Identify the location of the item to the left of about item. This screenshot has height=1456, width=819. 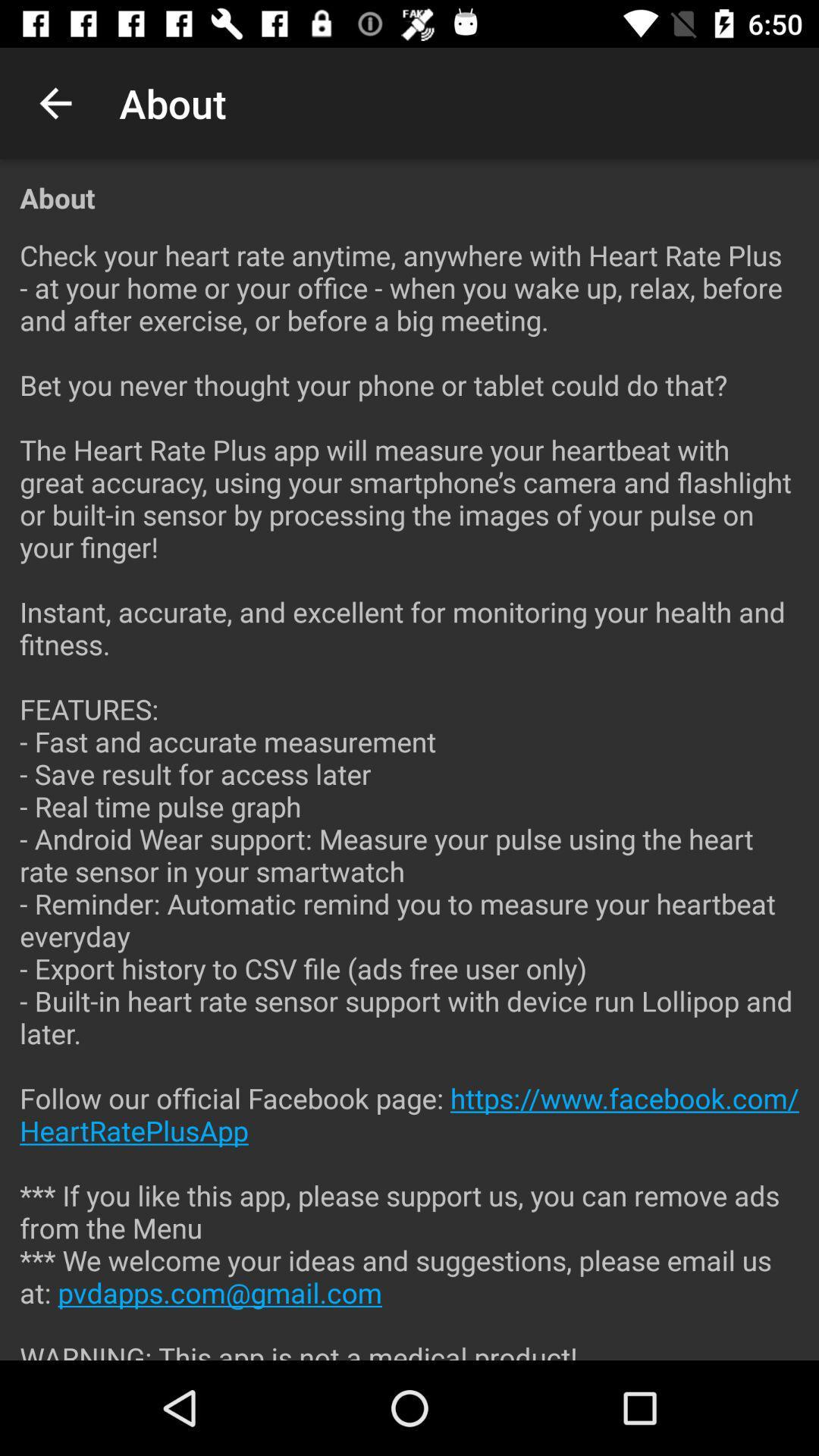
(55, 102).